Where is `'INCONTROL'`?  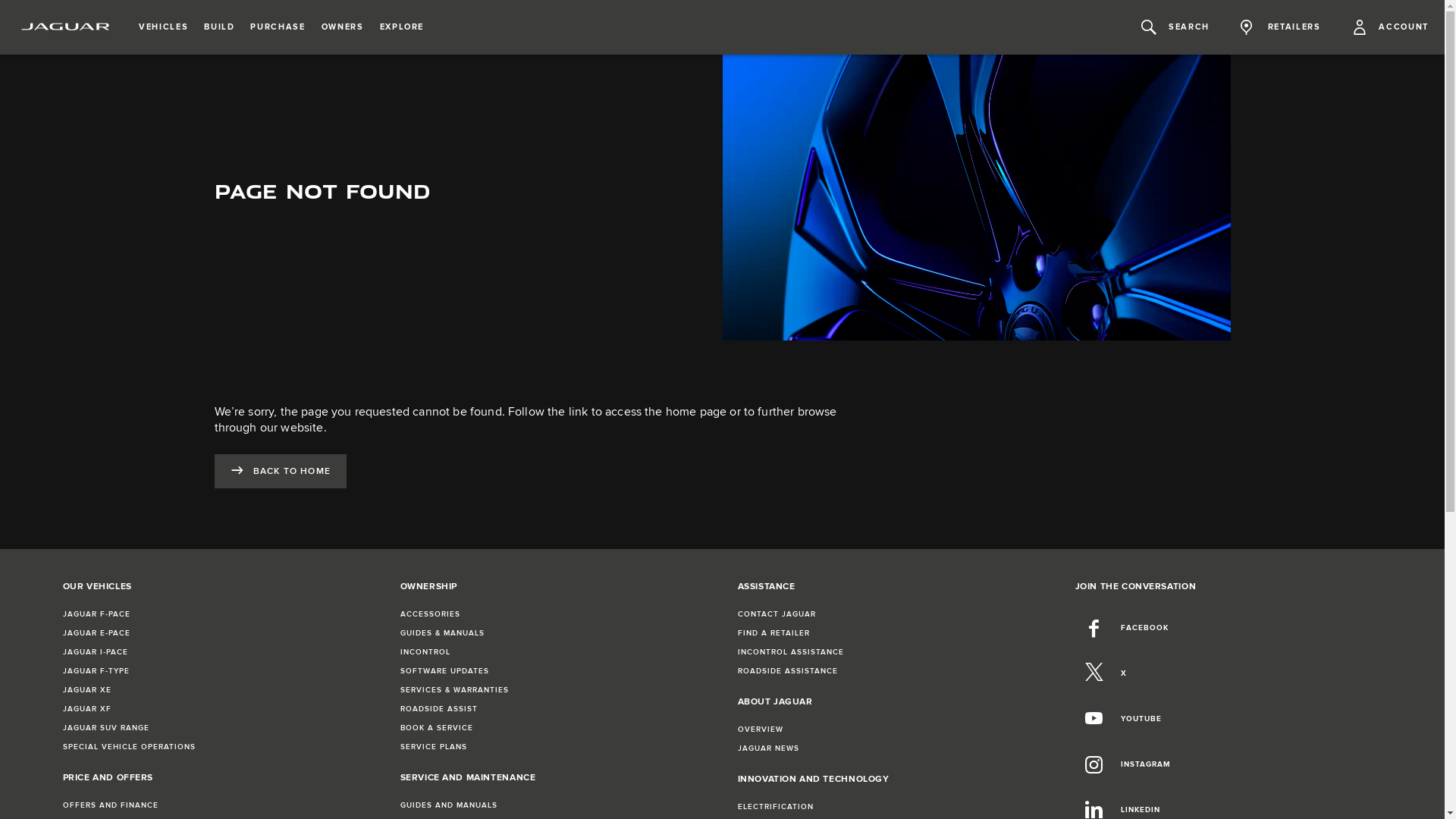
'INCONTROL' is located at coordinates (425, 651).